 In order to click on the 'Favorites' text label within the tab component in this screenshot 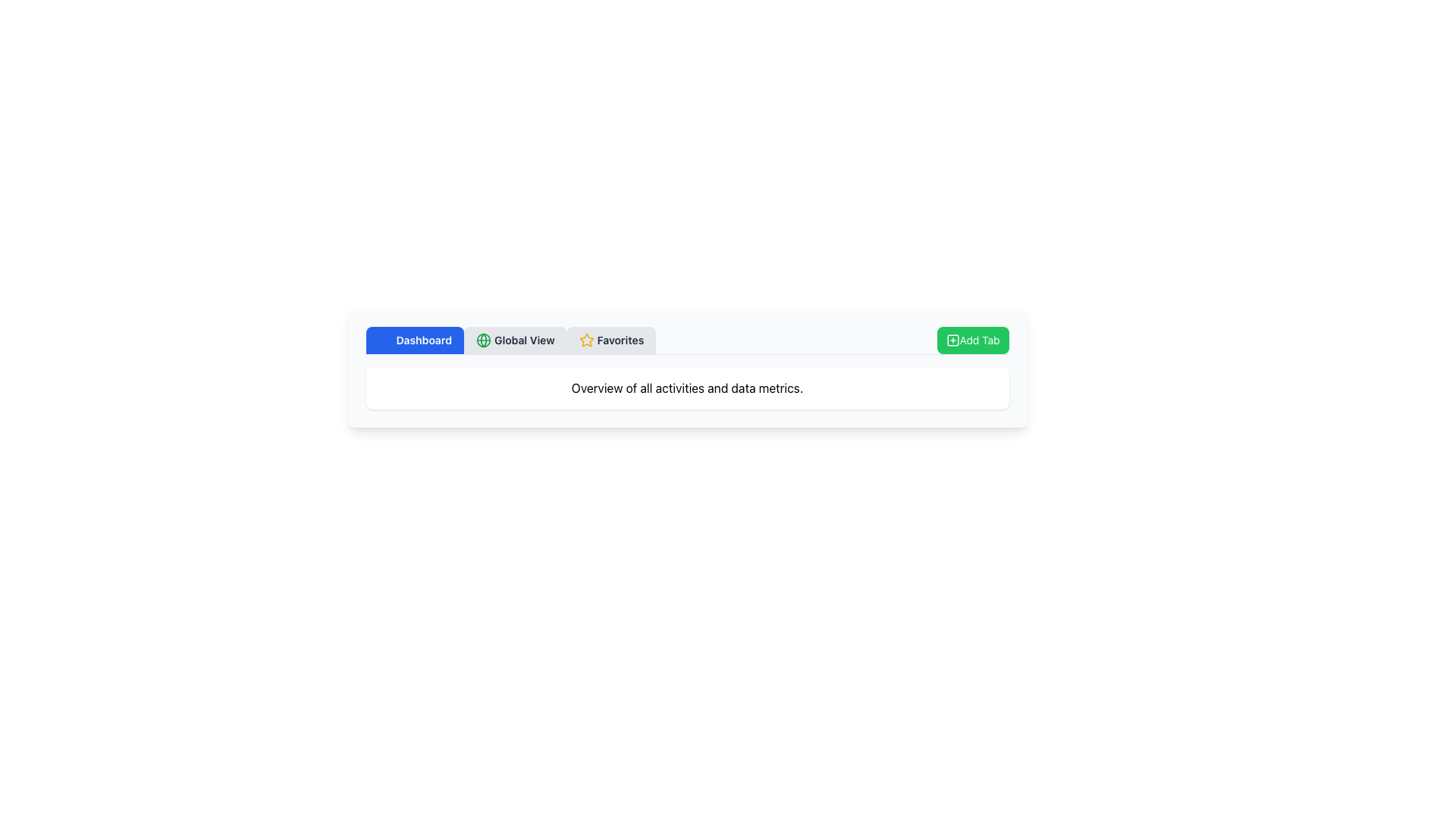, I will do `click(620, 339)`.